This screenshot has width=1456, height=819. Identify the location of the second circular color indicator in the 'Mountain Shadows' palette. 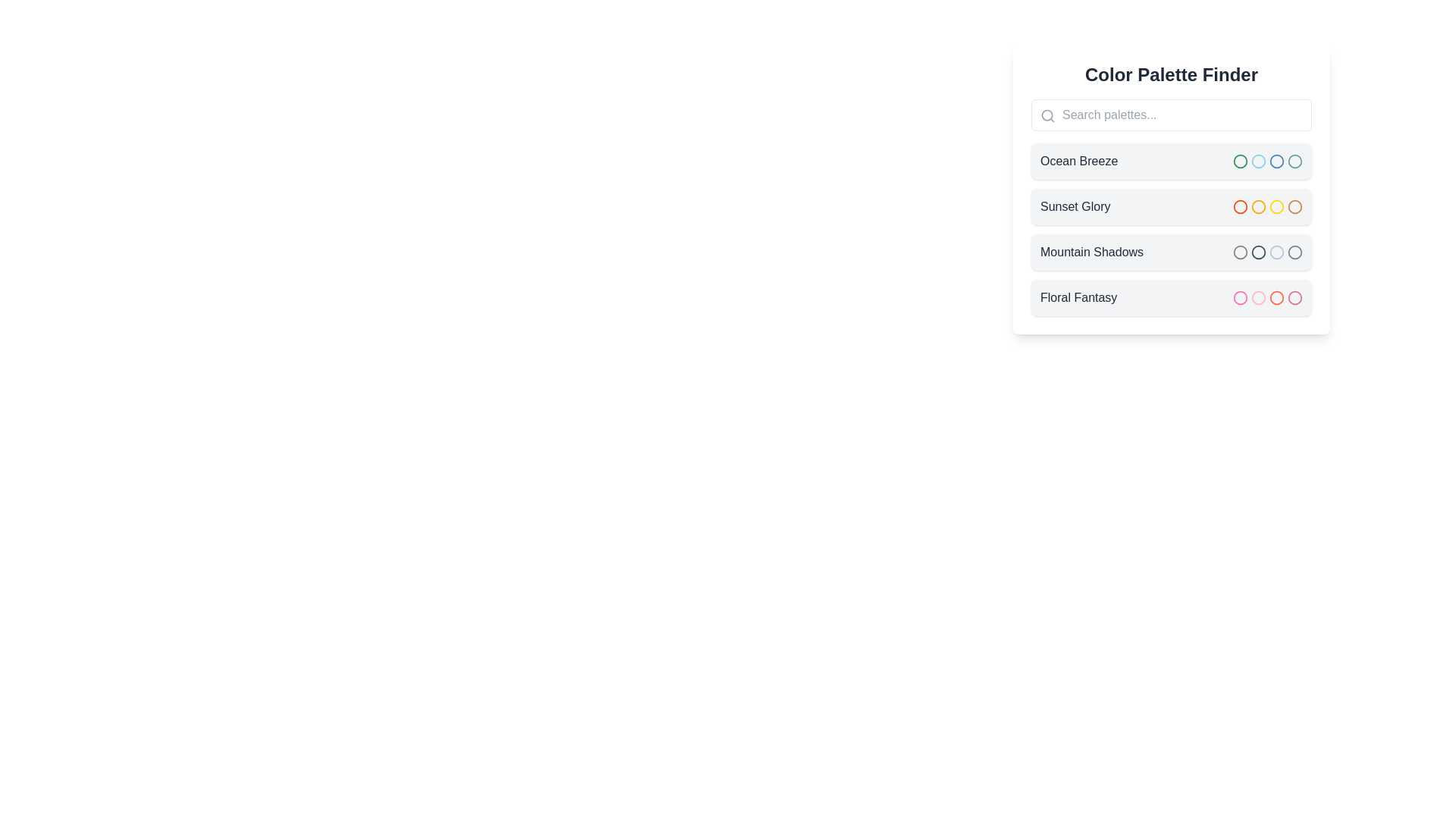
(1259, 251).